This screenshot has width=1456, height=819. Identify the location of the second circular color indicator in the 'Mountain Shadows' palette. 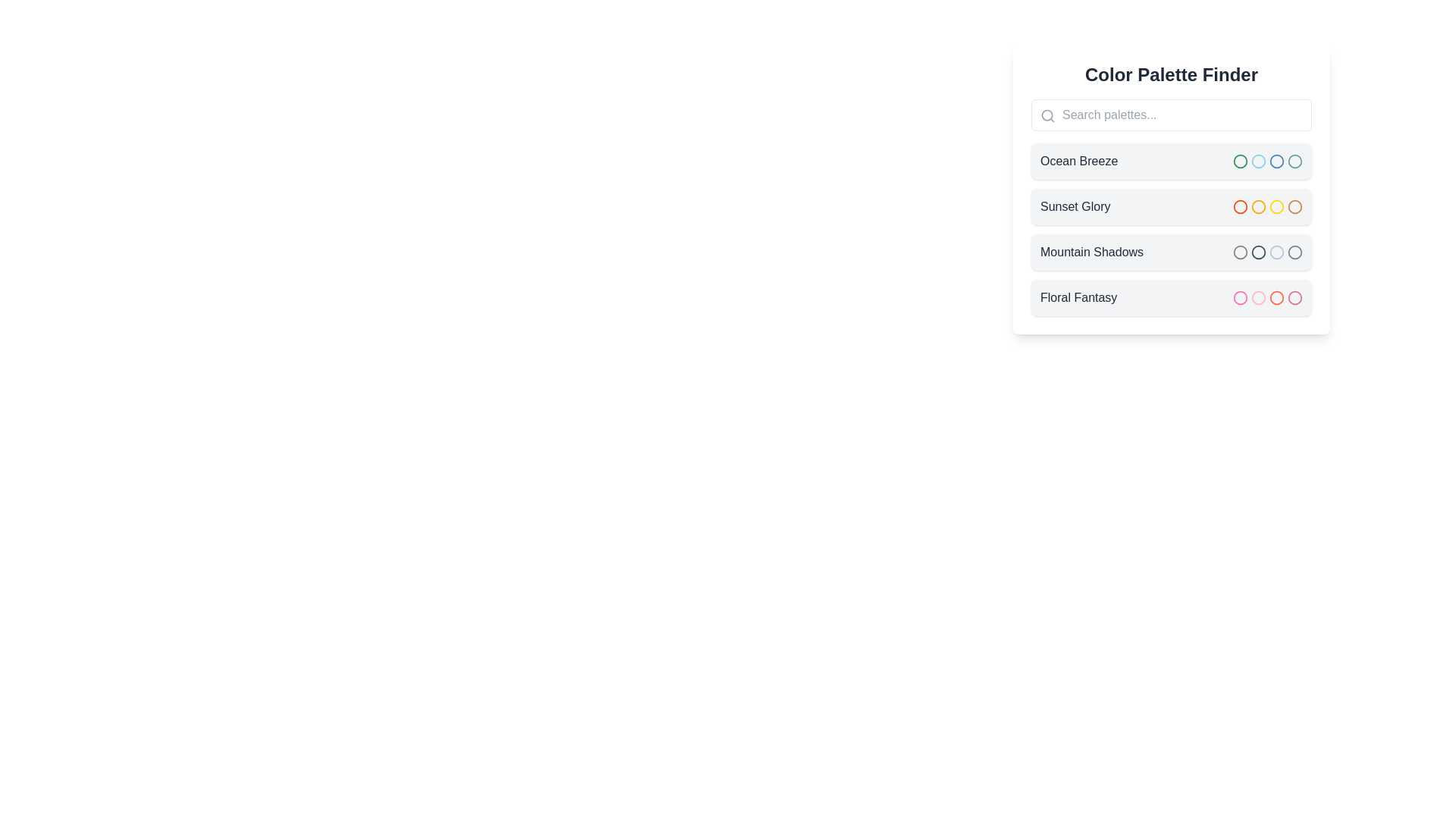
(1259, 251).